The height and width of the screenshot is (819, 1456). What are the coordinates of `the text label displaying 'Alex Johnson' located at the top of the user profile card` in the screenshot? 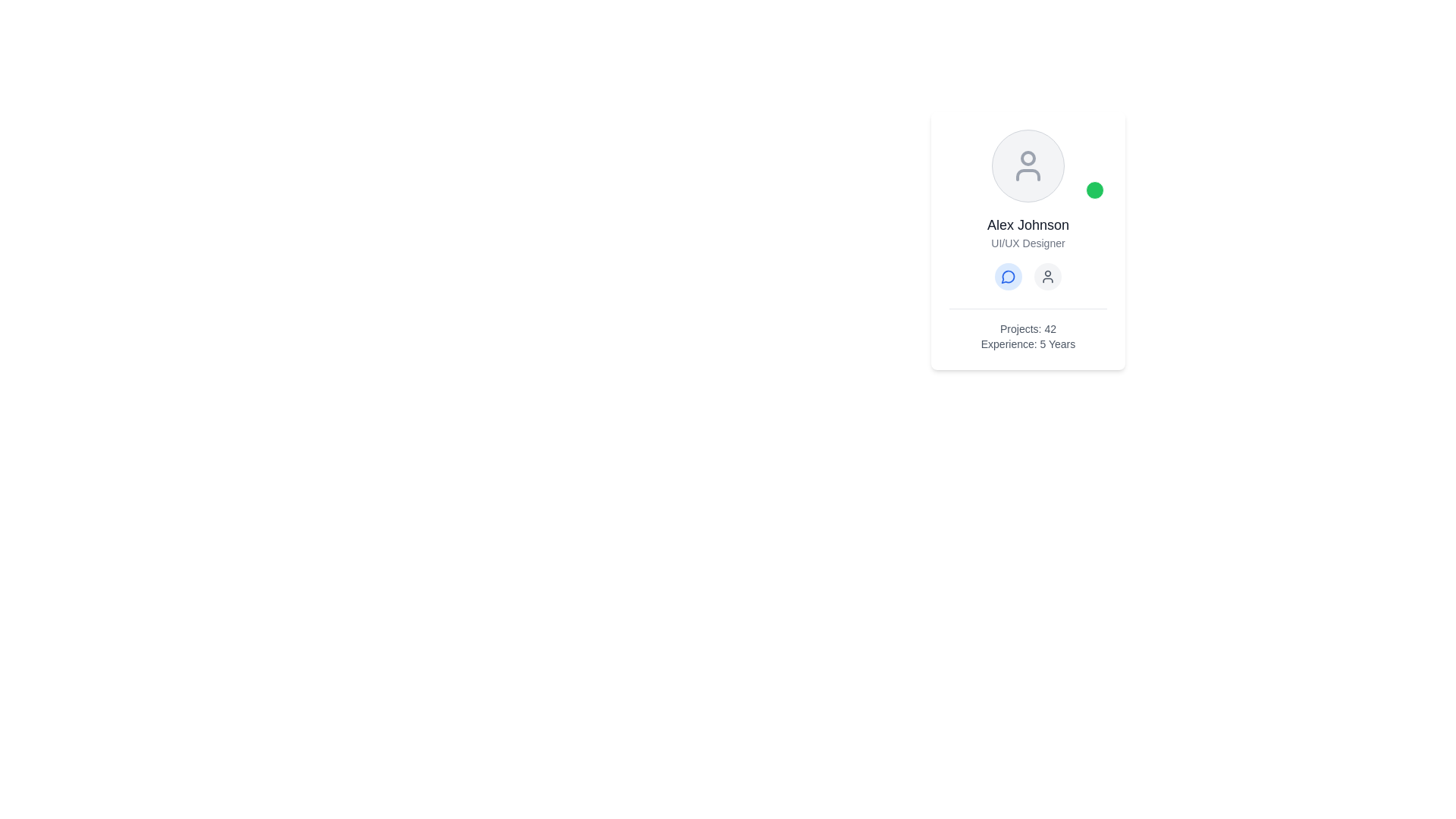 It's located at (1028, 225).